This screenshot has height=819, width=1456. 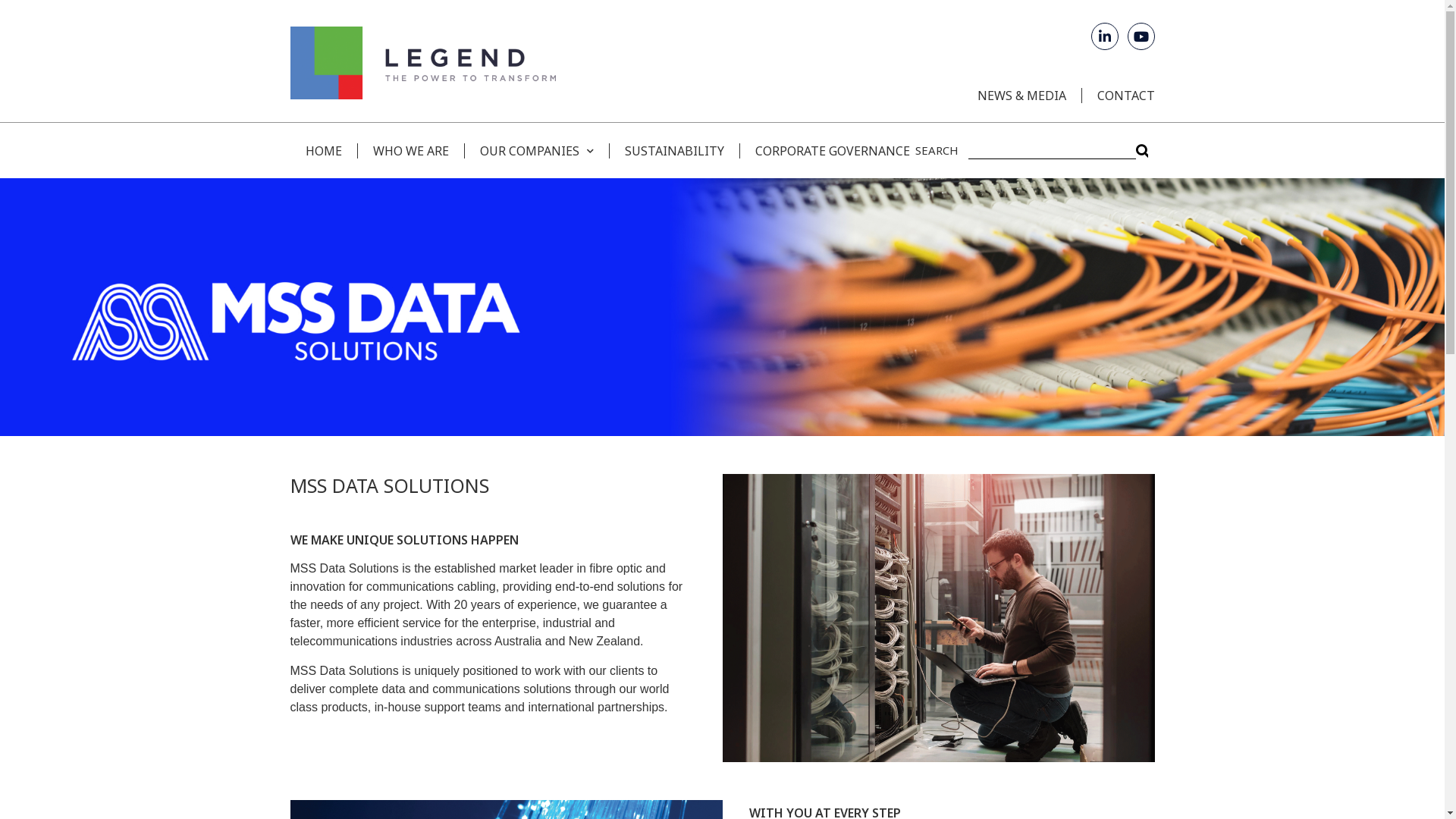 What do you see at coordinates (673, 149) in the screenshot?
I see `'SUSTAINABILITY'` at bounding box center [673, 149].